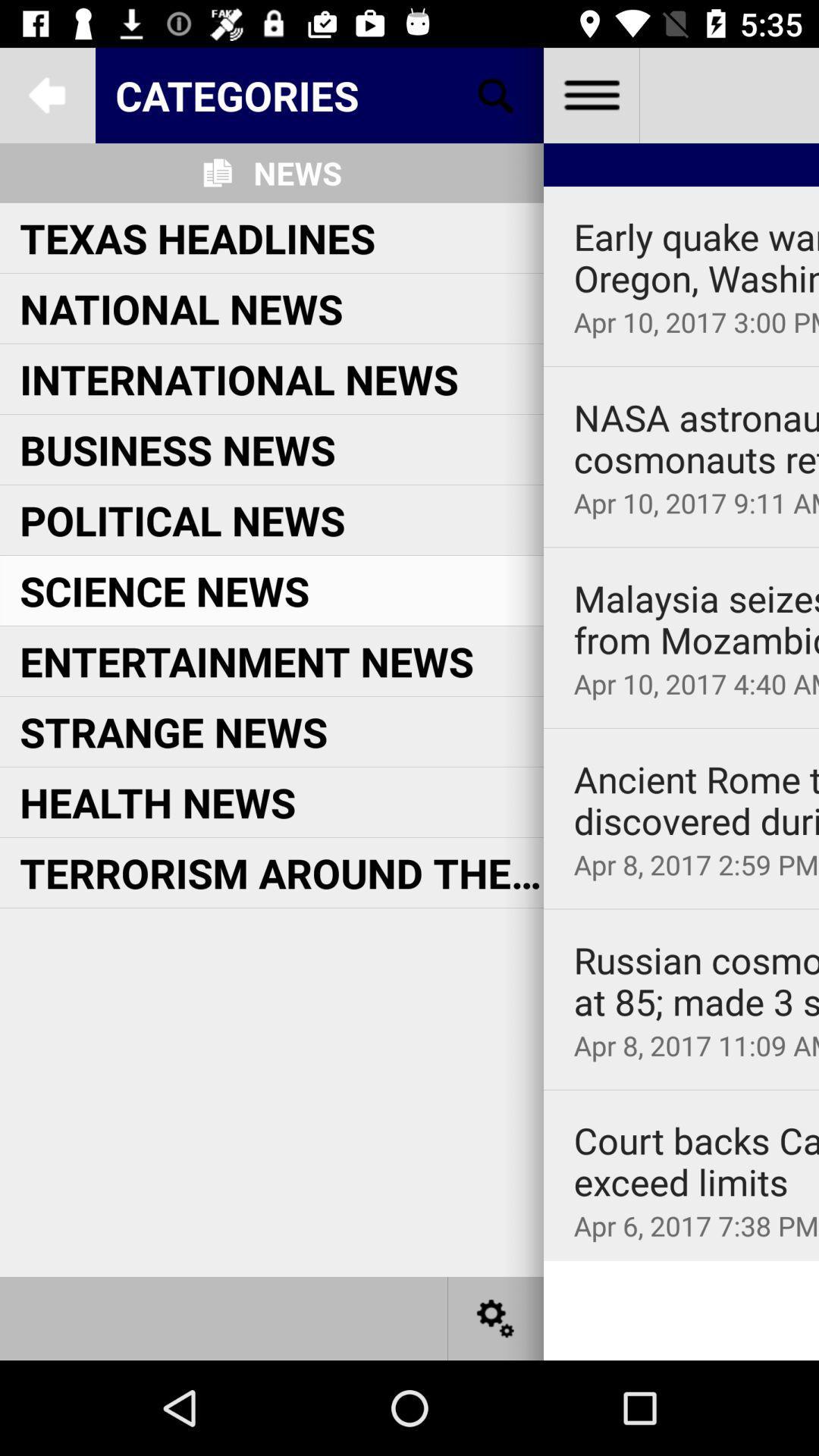 This screenshot has width=819, height=1456. What do you see at coordinates (496, 94) in the screenshot?
I see `the search icon` at bounding box center [496, 94].